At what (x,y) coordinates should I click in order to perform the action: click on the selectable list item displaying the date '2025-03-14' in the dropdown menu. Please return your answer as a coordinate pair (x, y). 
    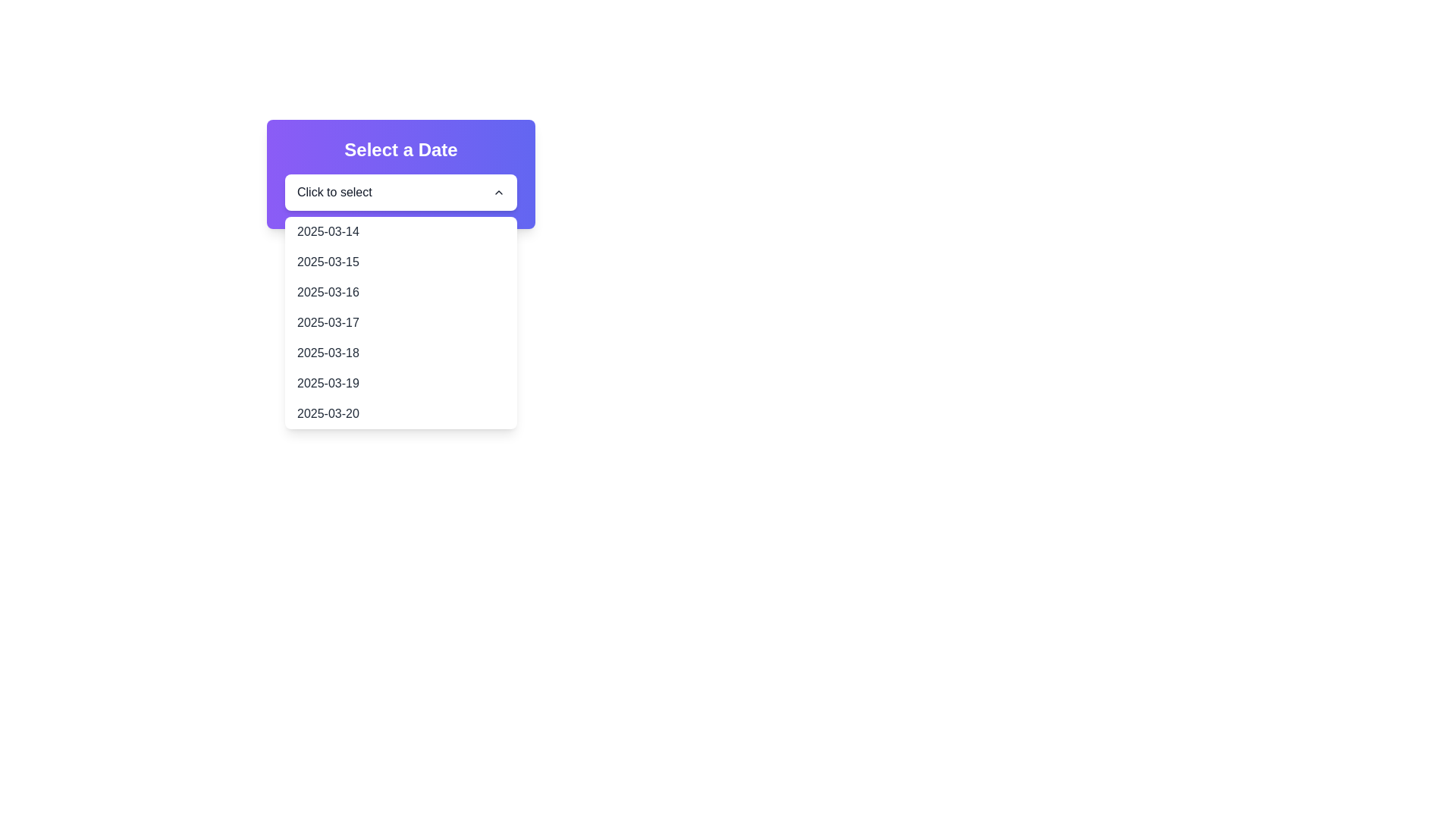
    Looking at the image, I should click on (327, 231).